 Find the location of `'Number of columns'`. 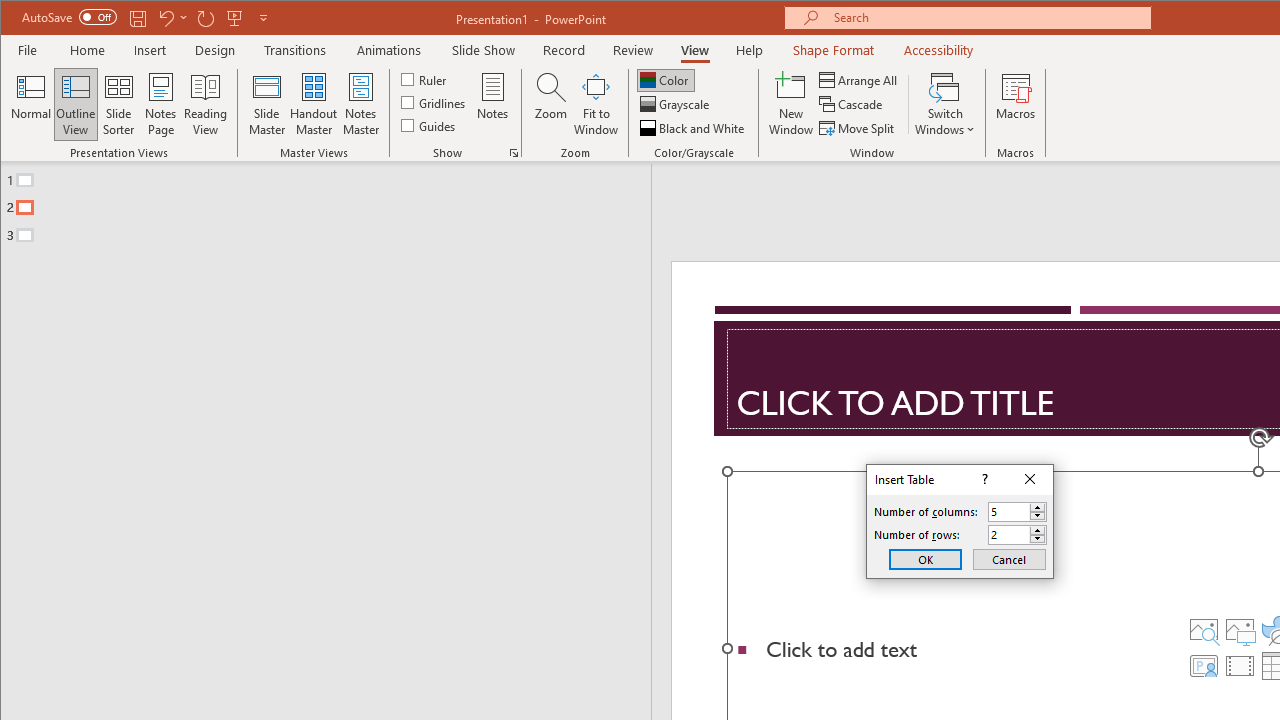

'Number of columns' is located at coordinates (1017, 510).